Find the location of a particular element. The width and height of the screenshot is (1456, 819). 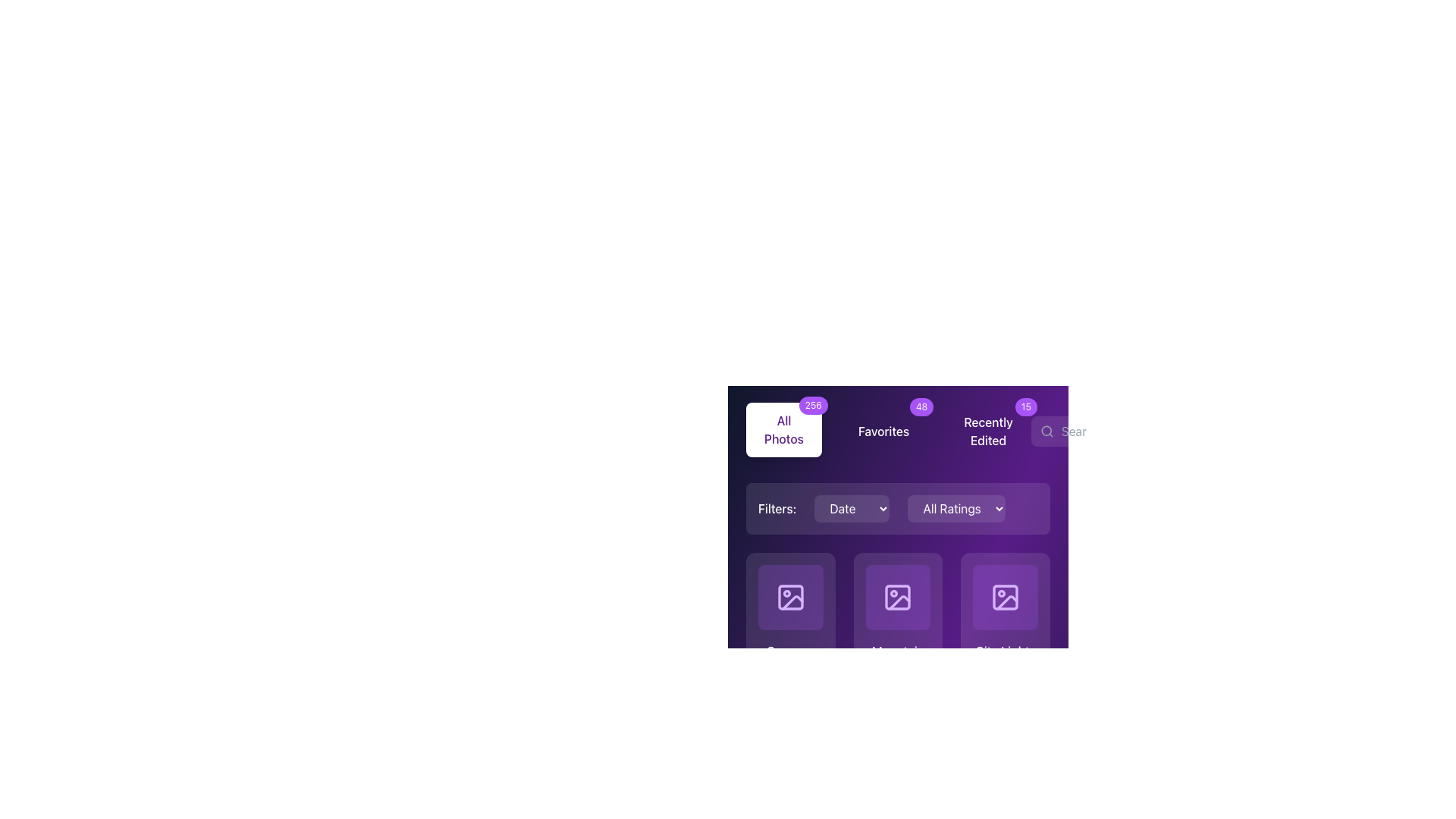

text of the 'Recently Edited' label, which is displayed in a bold font against a dark purple background is located at coordinates (988, 431).